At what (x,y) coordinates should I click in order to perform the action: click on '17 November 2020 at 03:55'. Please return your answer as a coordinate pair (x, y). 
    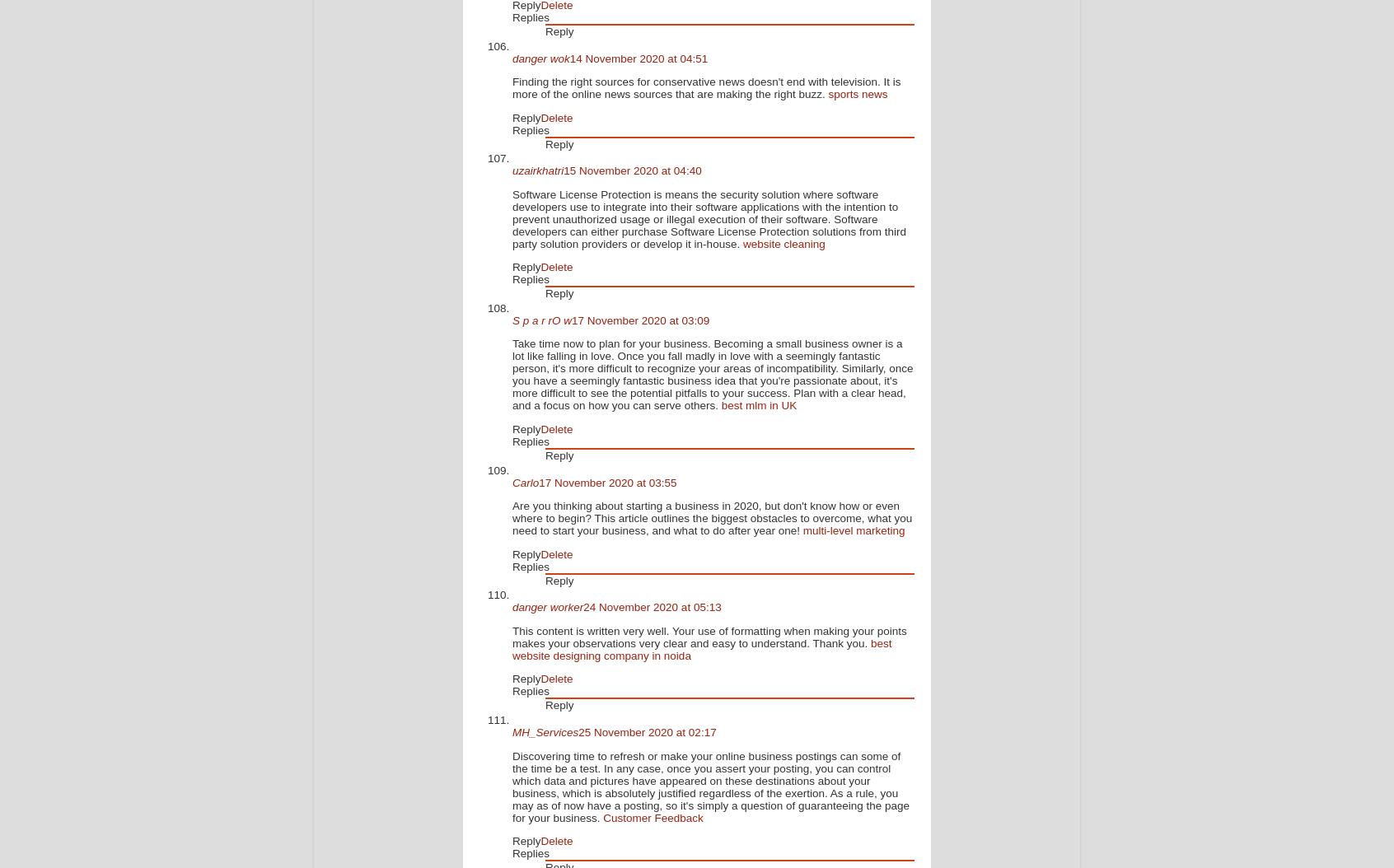
    Looking at the image, I should click on (606, 481).